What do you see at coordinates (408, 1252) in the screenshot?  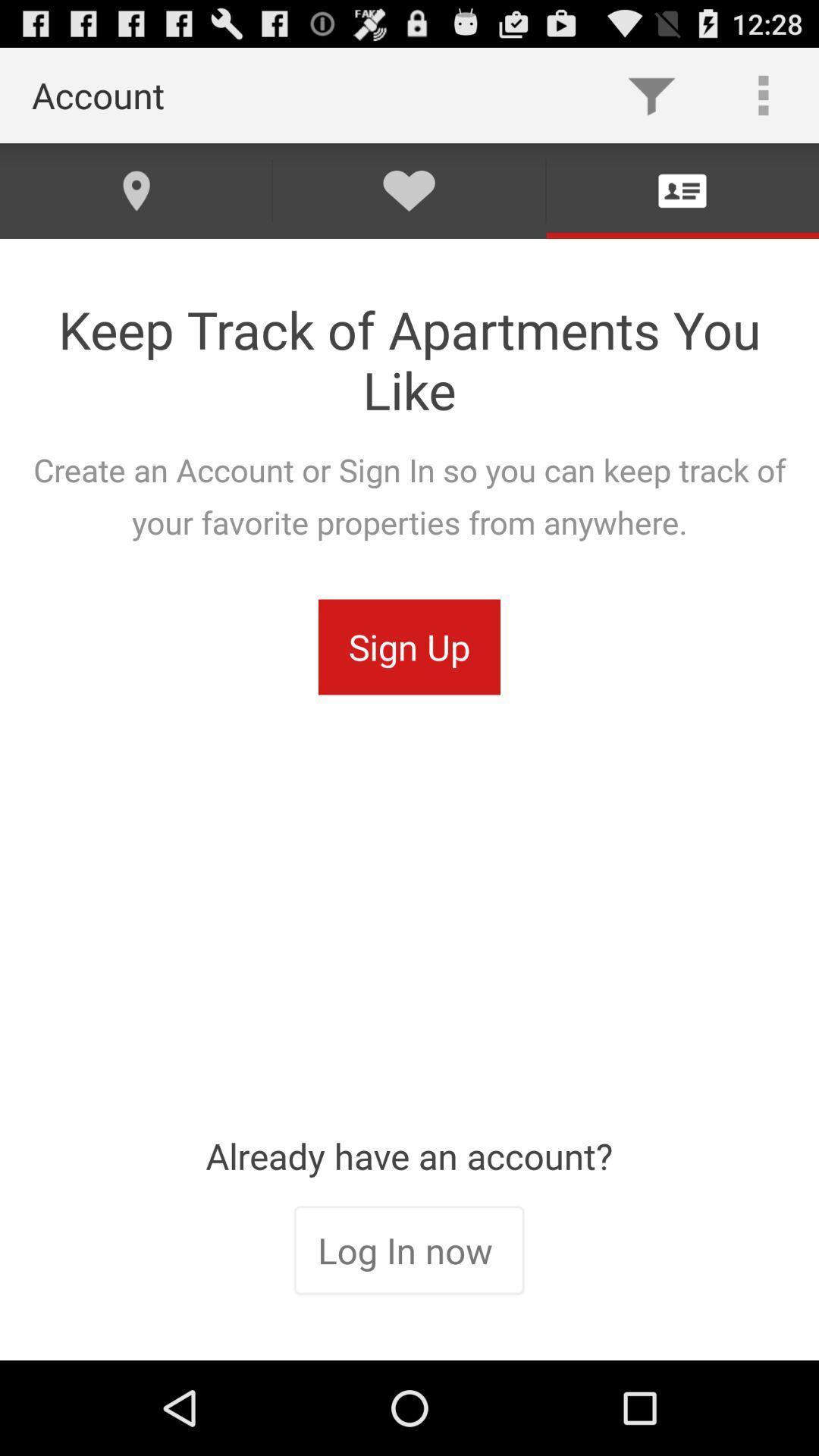 I see `the icon below the already have an item` at bounding box center [408, 1252].